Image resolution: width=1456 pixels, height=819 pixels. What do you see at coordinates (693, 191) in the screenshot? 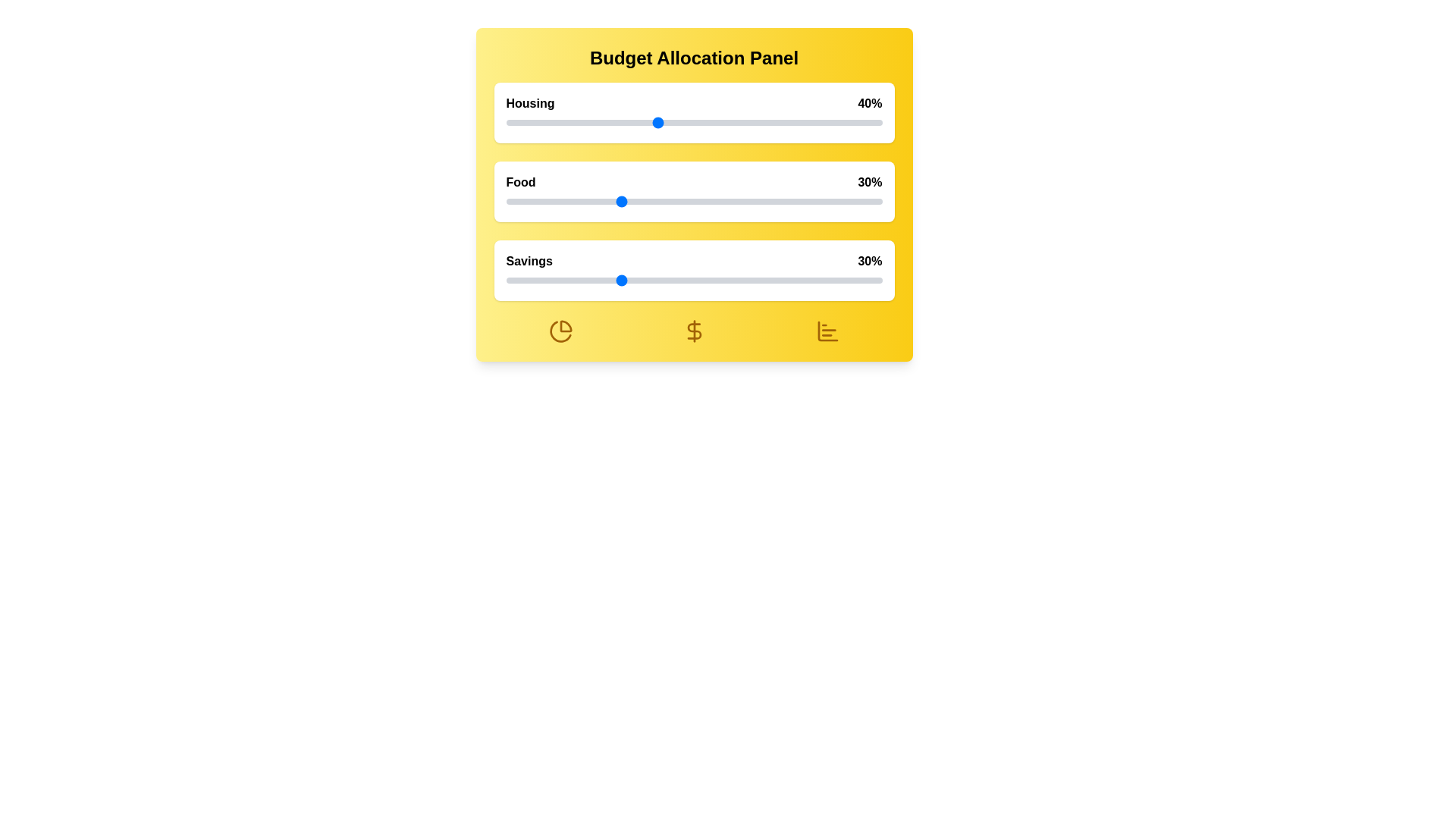
I see `the slider input labeled 'Food'` at bounding box center [693, 191].